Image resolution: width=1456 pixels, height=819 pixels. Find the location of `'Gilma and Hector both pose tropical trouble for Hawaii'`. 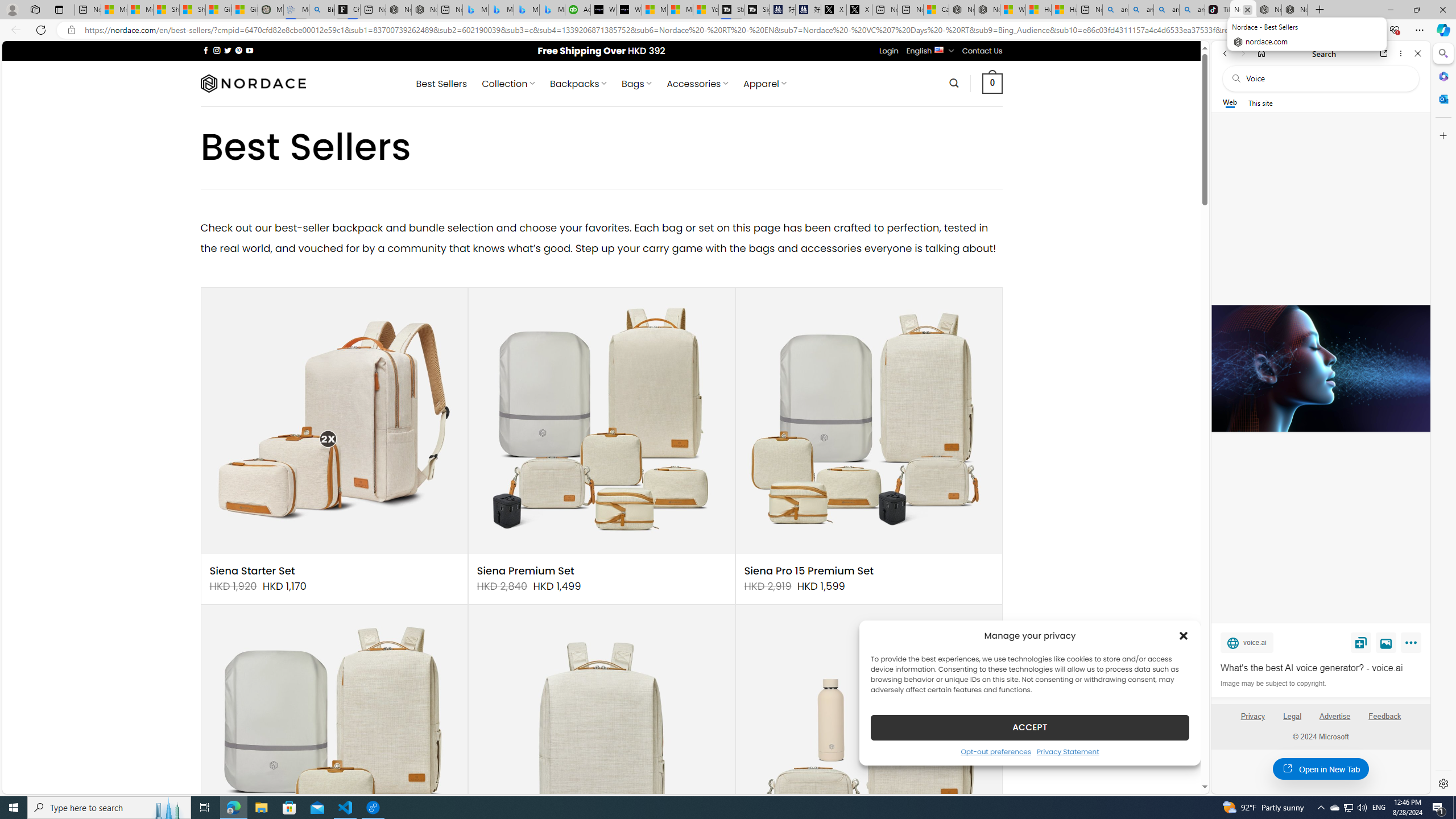

'Gilma and Hector both pose tropical trouble for Hawaii' is located at coordinates (244, 9).